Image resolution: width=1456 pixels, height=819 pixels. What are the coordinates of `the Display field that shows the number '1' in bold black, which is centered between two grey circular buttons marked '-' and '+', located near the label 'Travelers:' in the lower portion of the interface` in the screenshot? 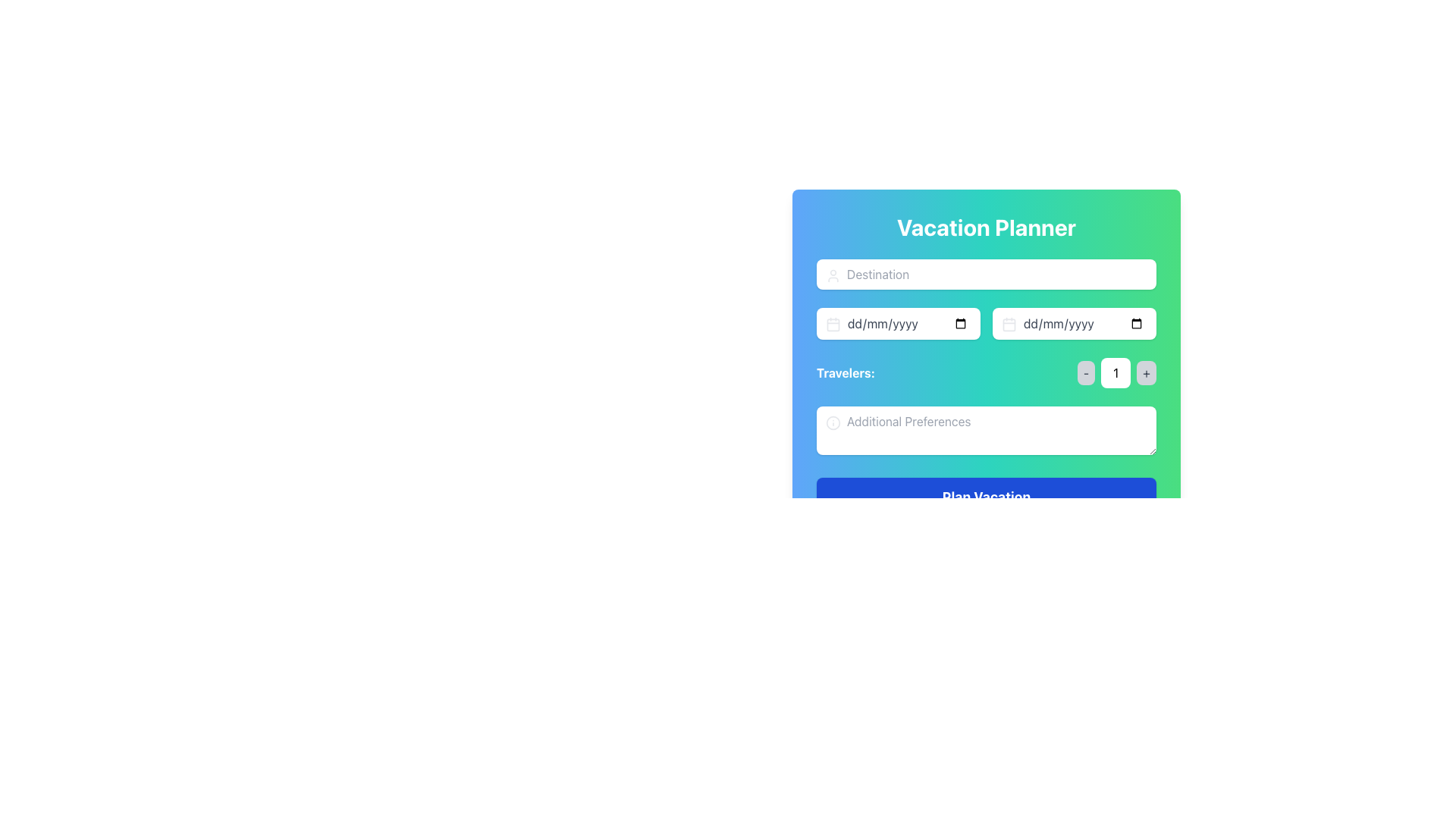 It's located at (1117, 373).